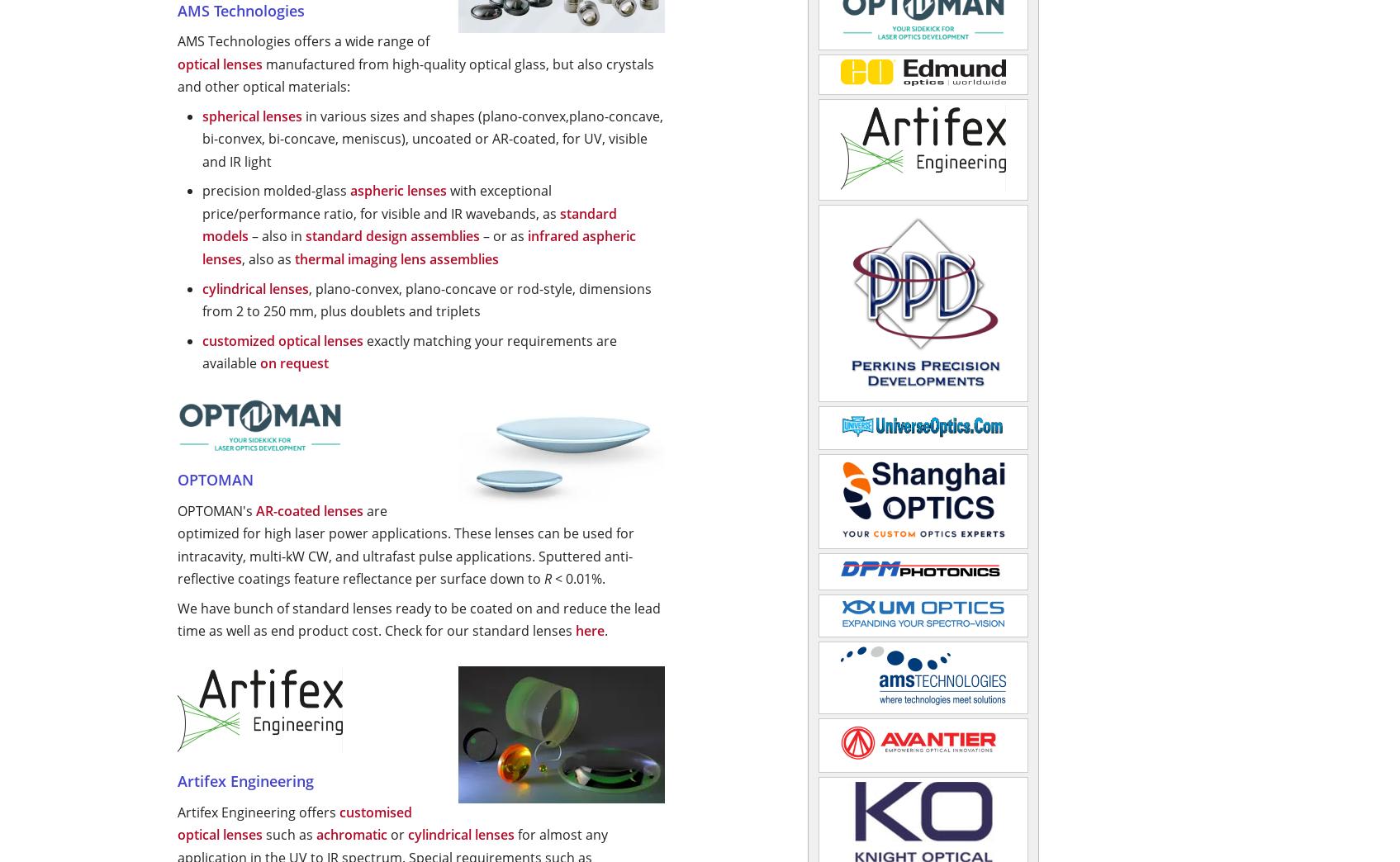 The image size is (1400, 862). I want to click on 'customised optical lenses', so click(293, 823).